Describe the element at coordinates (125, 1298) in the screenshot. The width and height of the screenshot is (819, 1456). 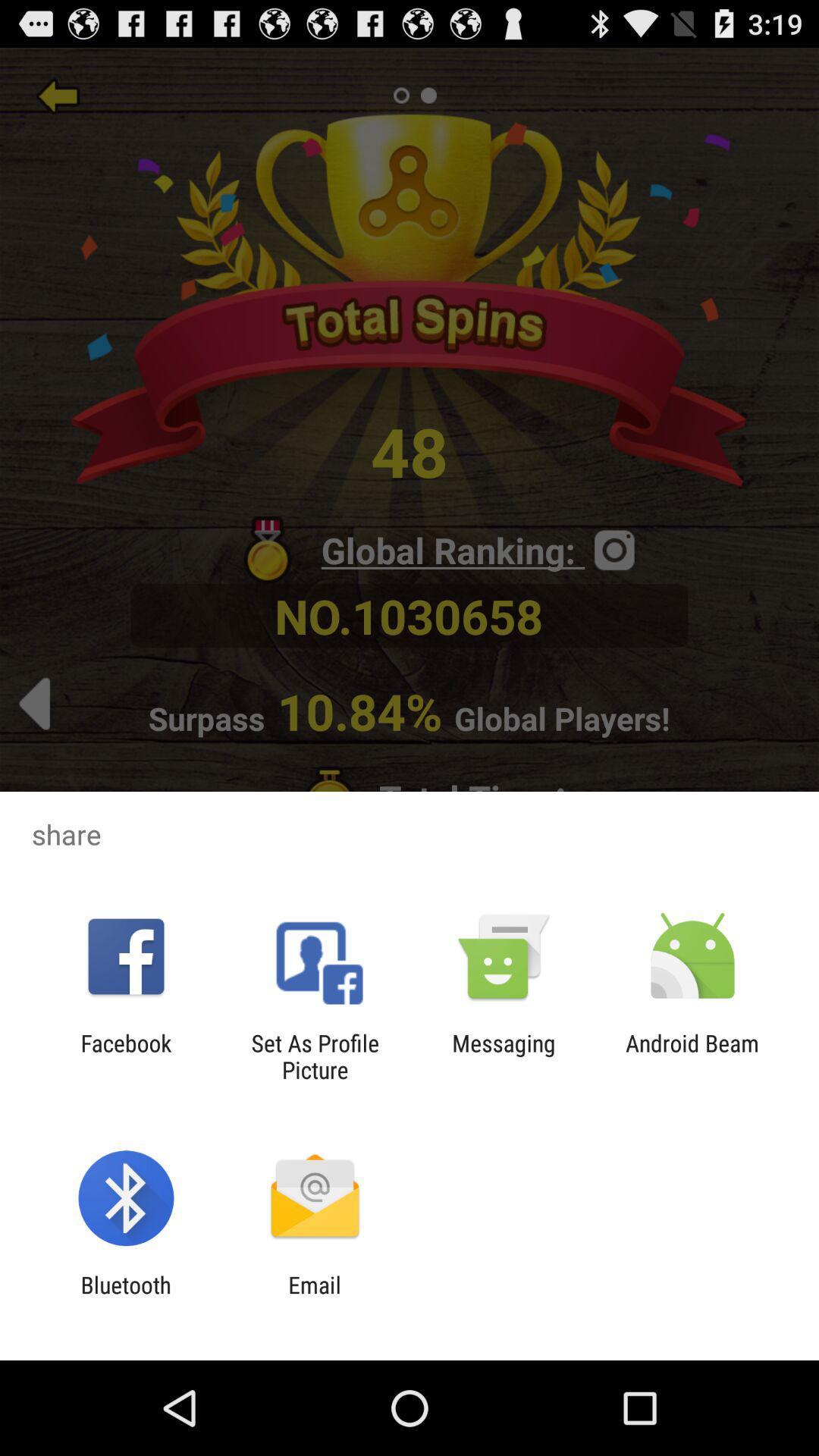
I see `the app next to the email` at that location.